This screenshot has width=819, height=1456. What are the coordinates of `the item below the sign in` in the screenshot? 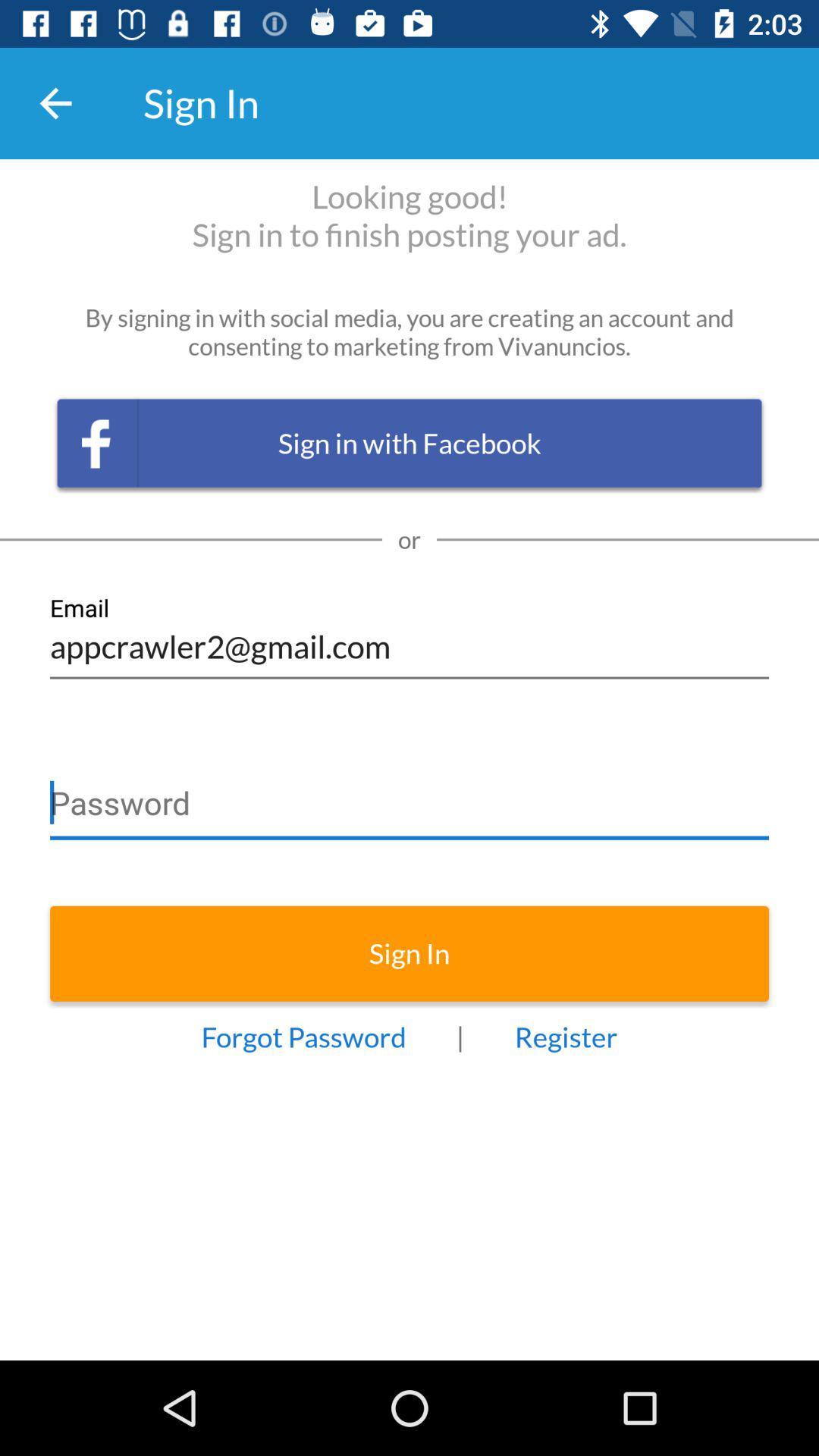 It's located at (303, 1036).